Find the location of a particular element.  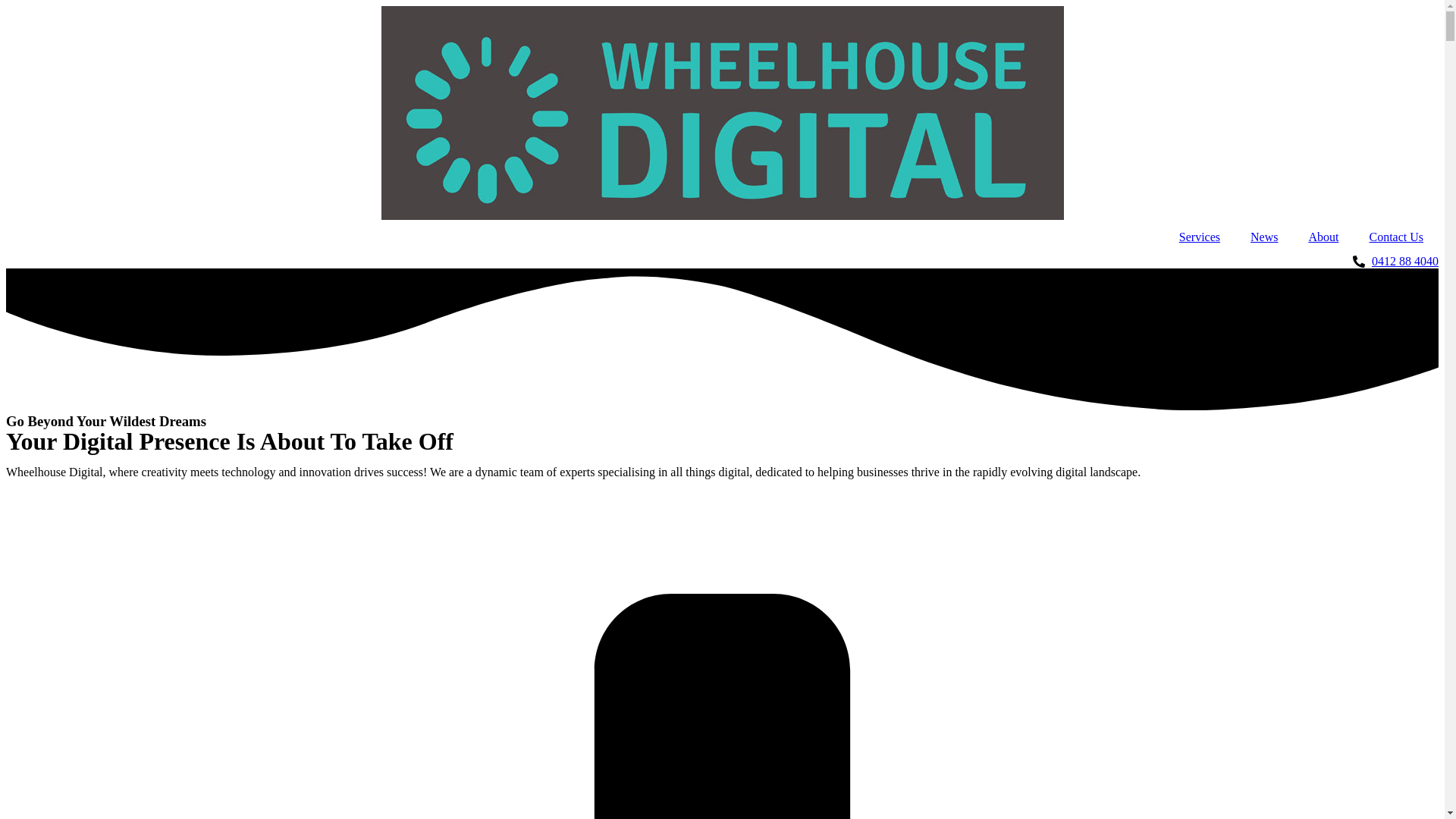

'Contact Us' is located at coordinates (1395, 237).